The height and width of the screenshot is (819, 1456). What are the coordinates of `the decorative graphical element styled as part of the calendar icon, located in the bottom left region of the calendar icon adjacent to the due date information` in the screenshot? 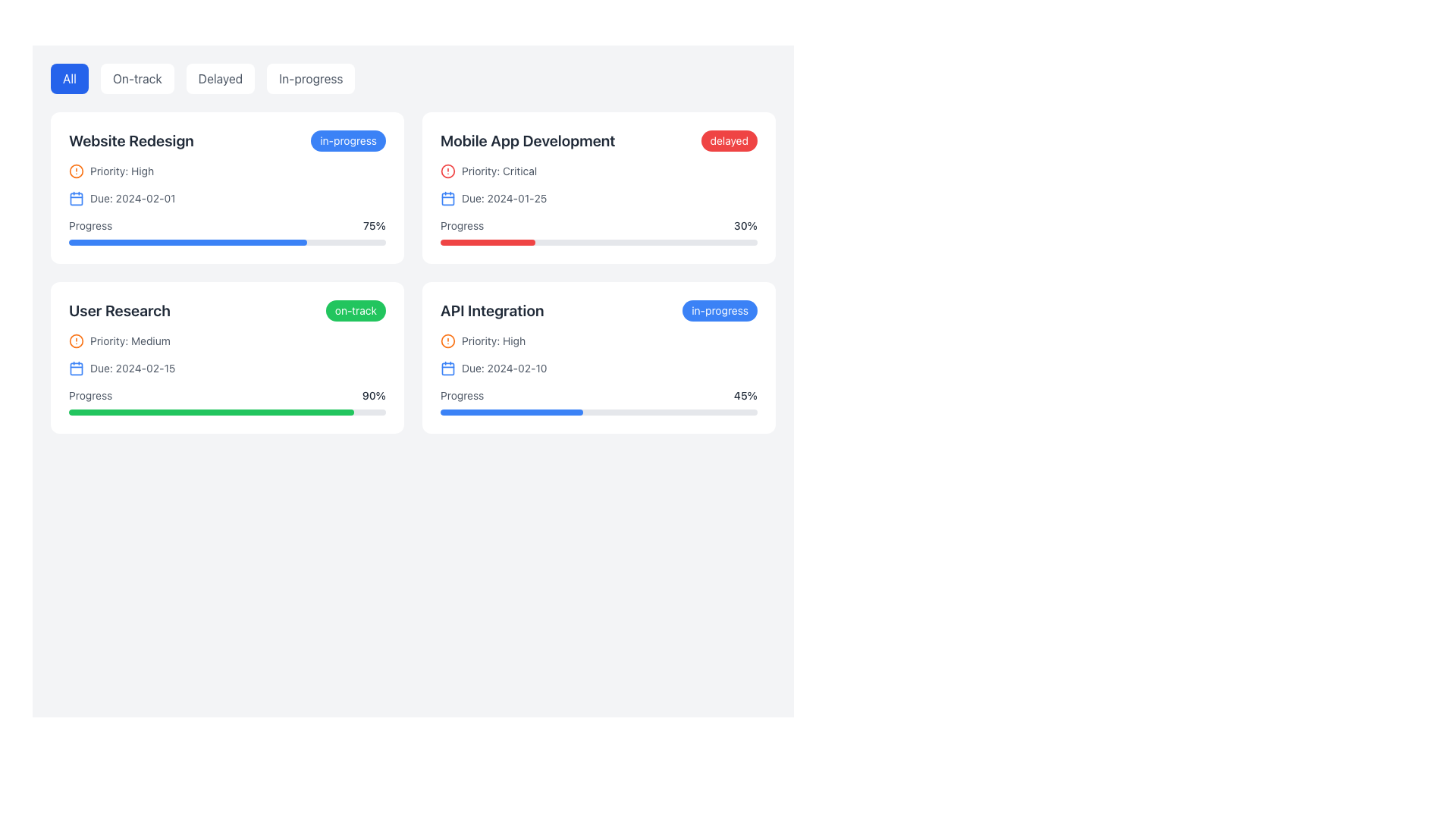 It's located at (75, 369).